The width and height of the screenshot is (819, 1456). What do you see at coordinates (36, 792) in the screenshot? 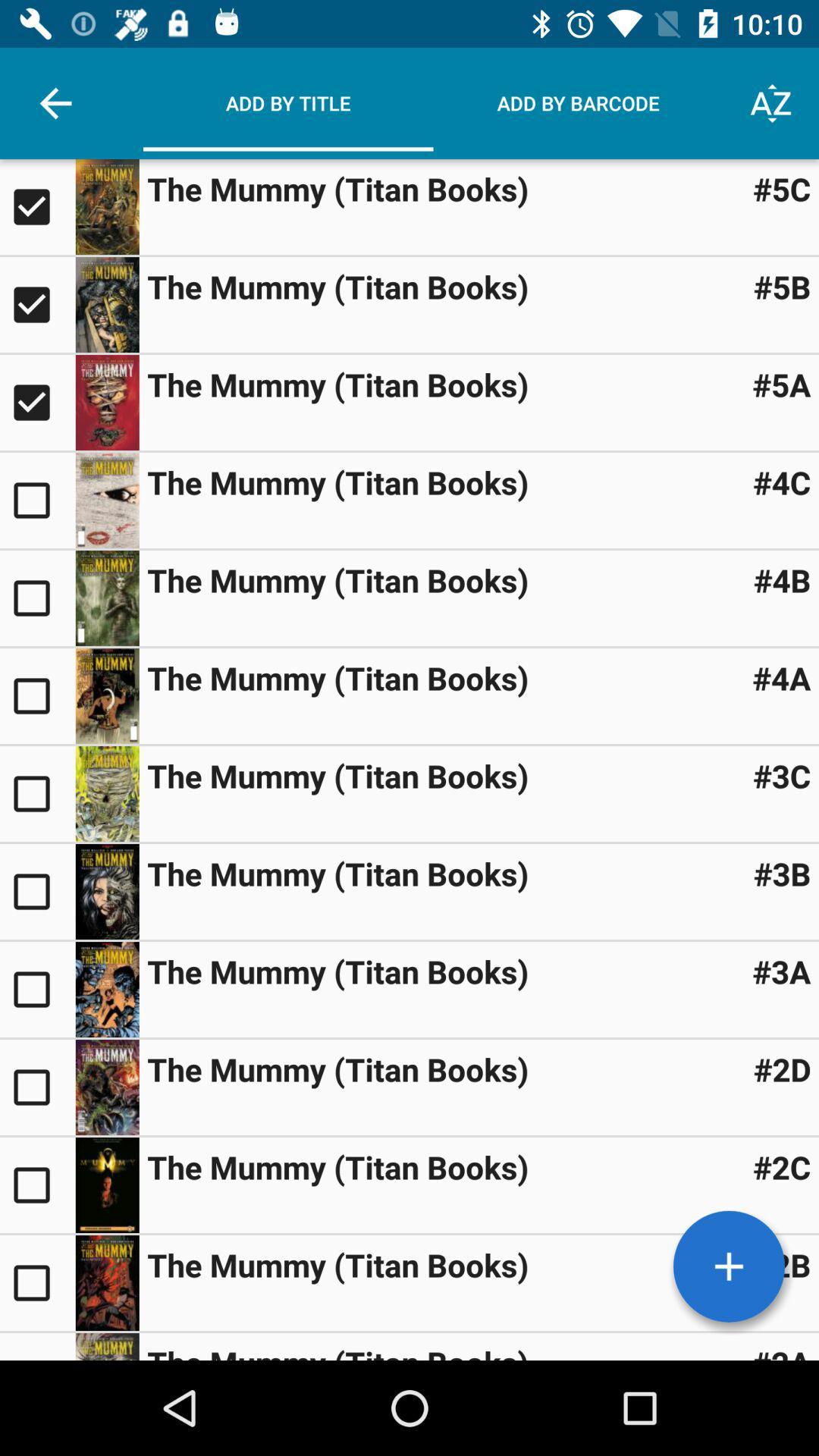
I see `choose the mummy 3c` at bounding box center [36, 792].